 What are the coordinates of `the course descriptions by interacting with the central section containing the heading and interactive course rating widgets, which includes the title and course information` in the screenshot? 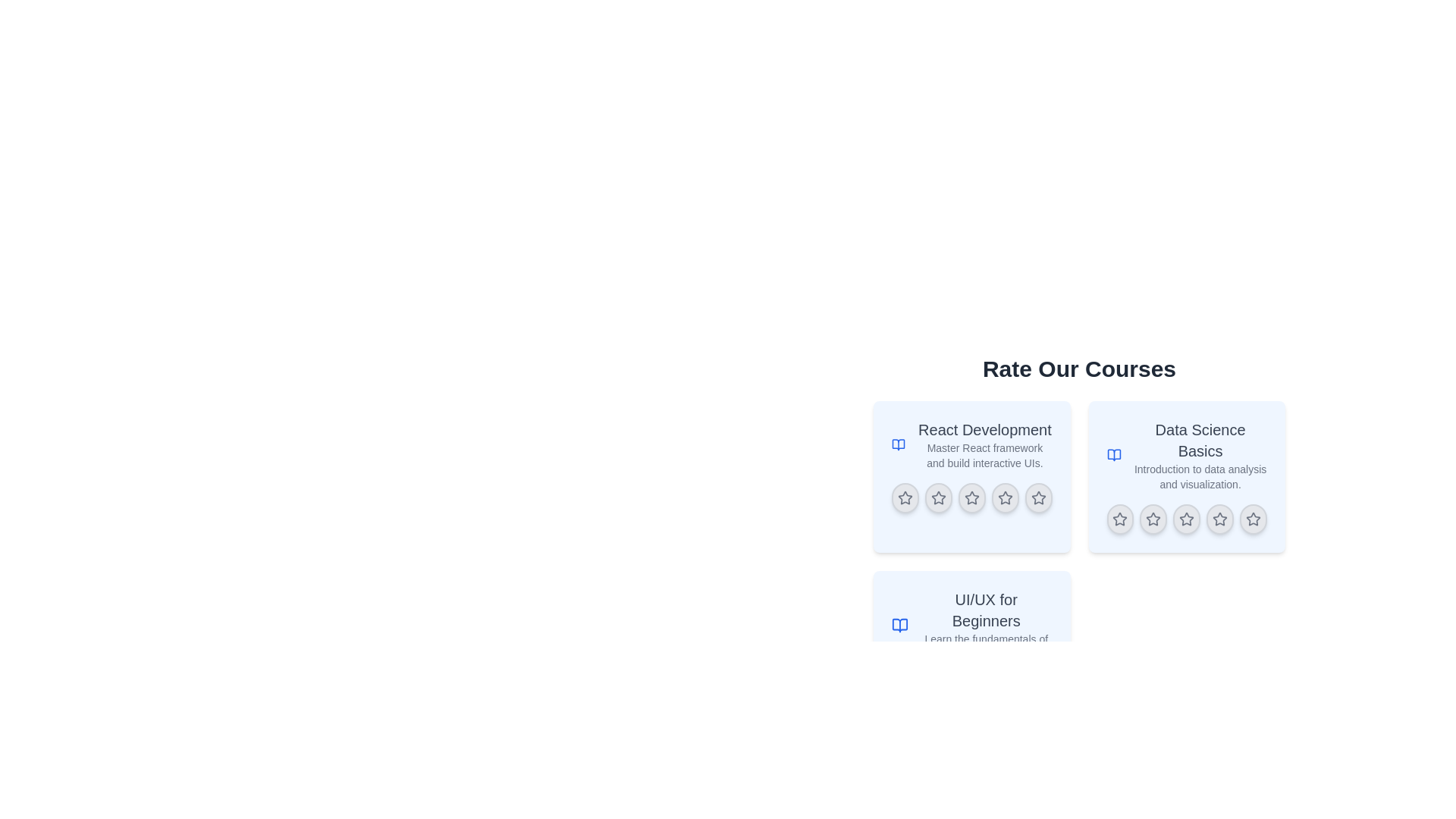 It's located at (1078, 538).